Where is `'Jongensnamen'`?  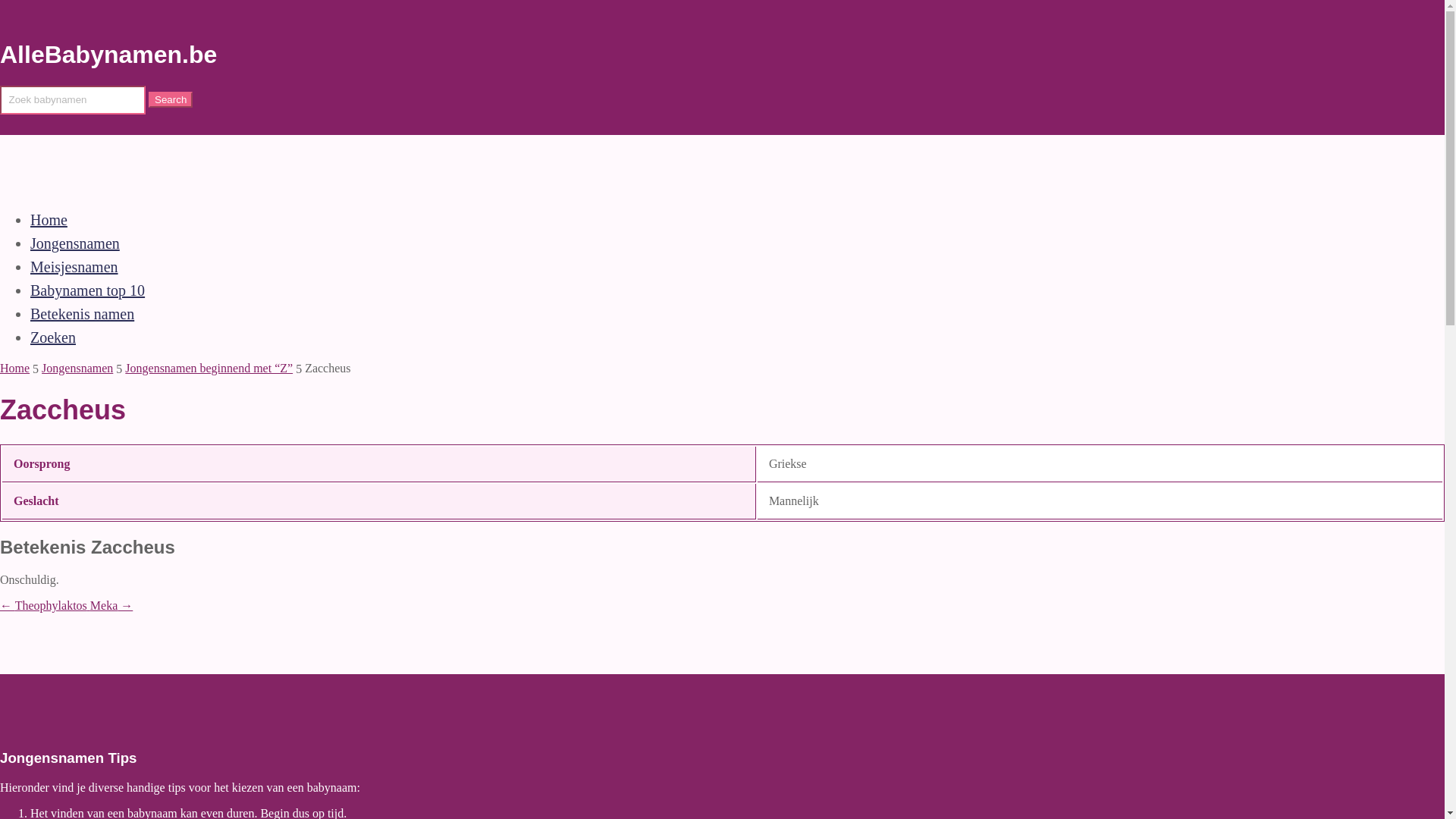 'Jongensnamen' is located at coordinates (30, 242).